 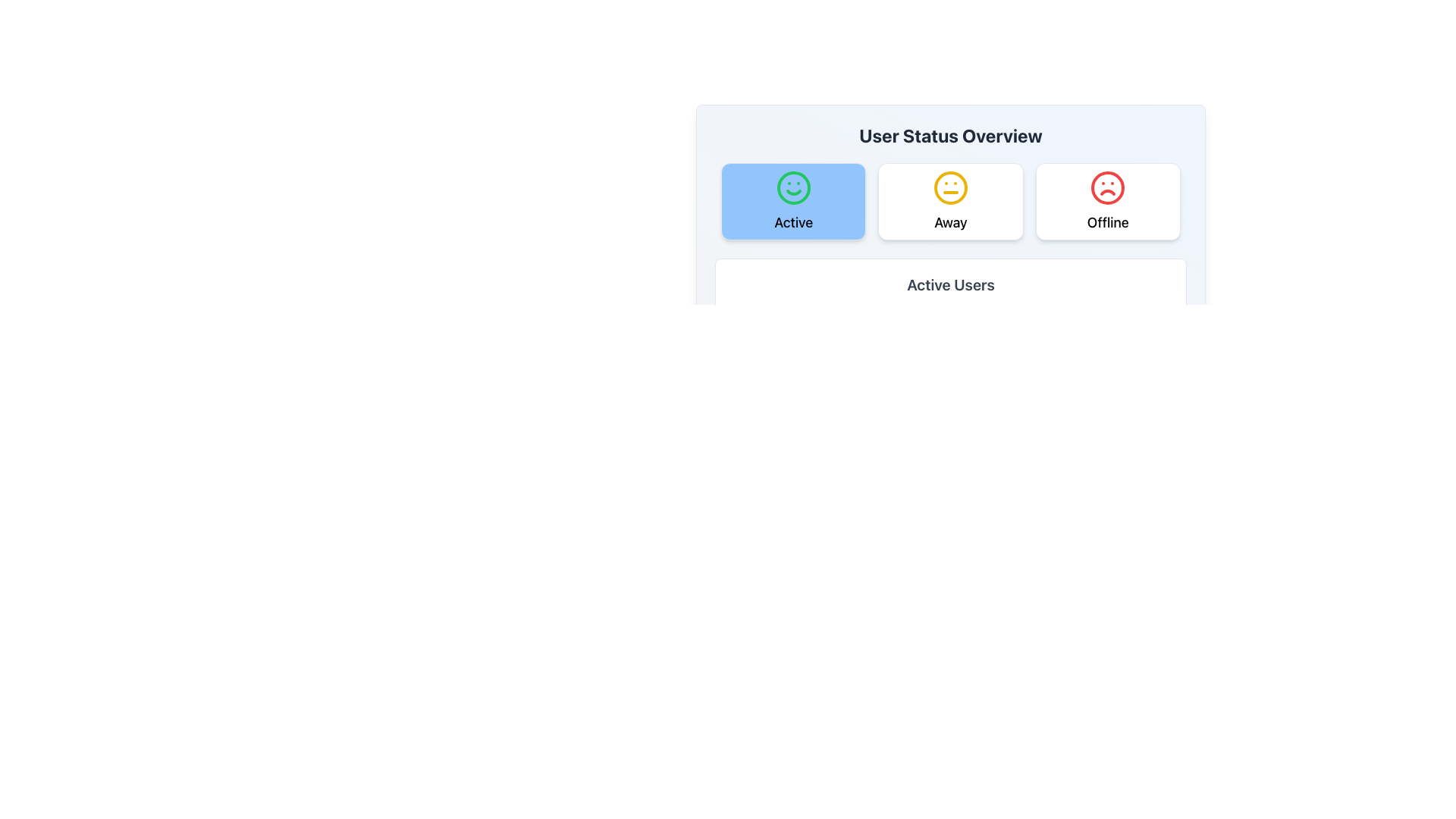 I want to click on the 'Offline' status button, the third button in the group under 'User Status Overview', to change its appearance, so click(x=1108, y=201).